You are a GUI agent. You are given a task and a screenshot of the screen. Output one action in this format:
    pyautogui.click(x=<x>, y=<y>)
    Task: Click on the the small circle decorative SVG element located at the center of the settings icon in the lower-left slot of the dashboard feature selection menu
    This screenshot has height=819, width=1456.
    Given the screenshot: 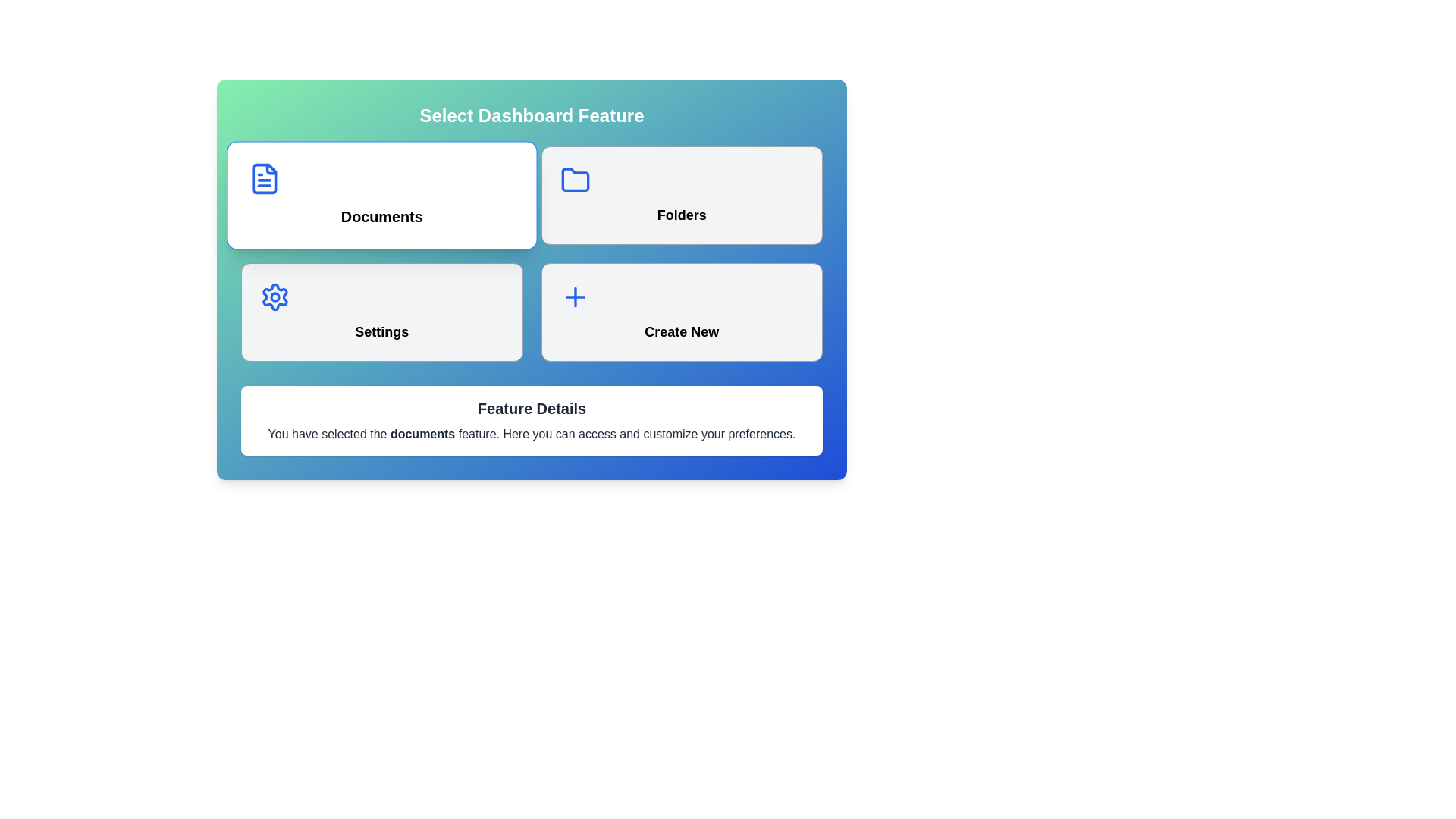 What is the action you would take?
    pyautogui.click(x=275, y=297)
    